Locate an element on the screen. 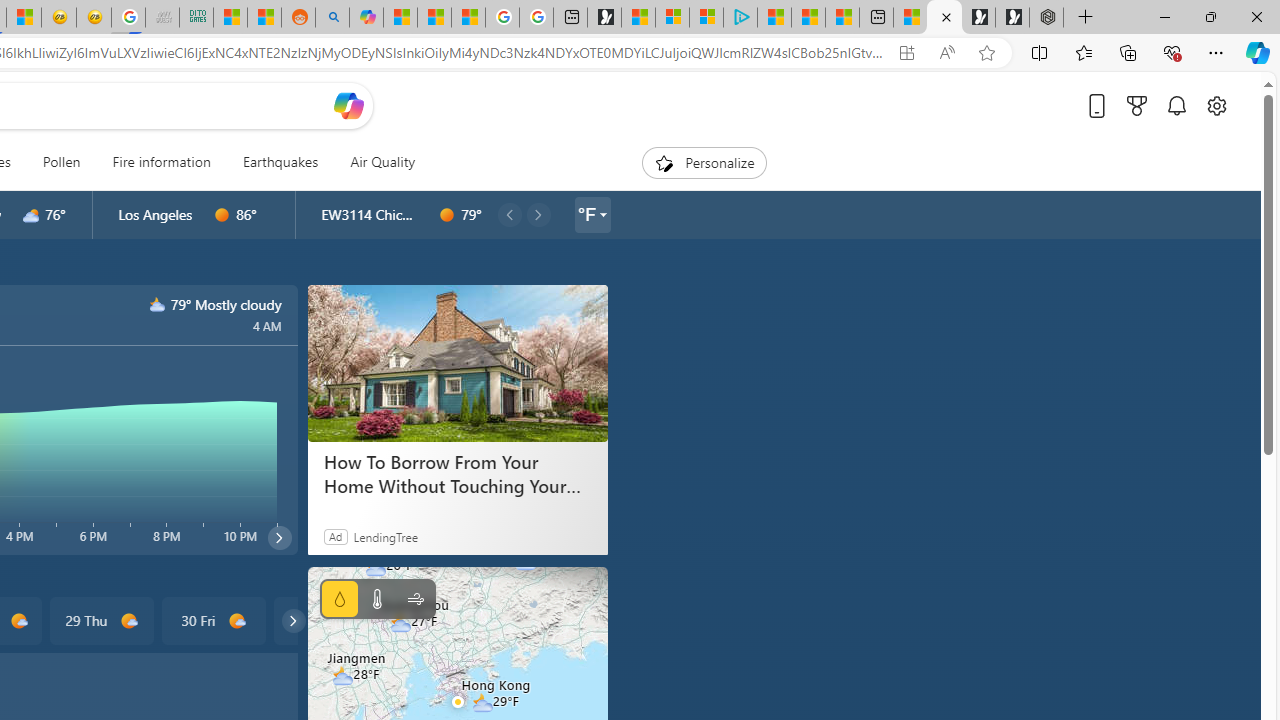 Image resolution: width=1280 pixels, height=720 pixels. 'Precipitation' is located at coordinates (339, 598).